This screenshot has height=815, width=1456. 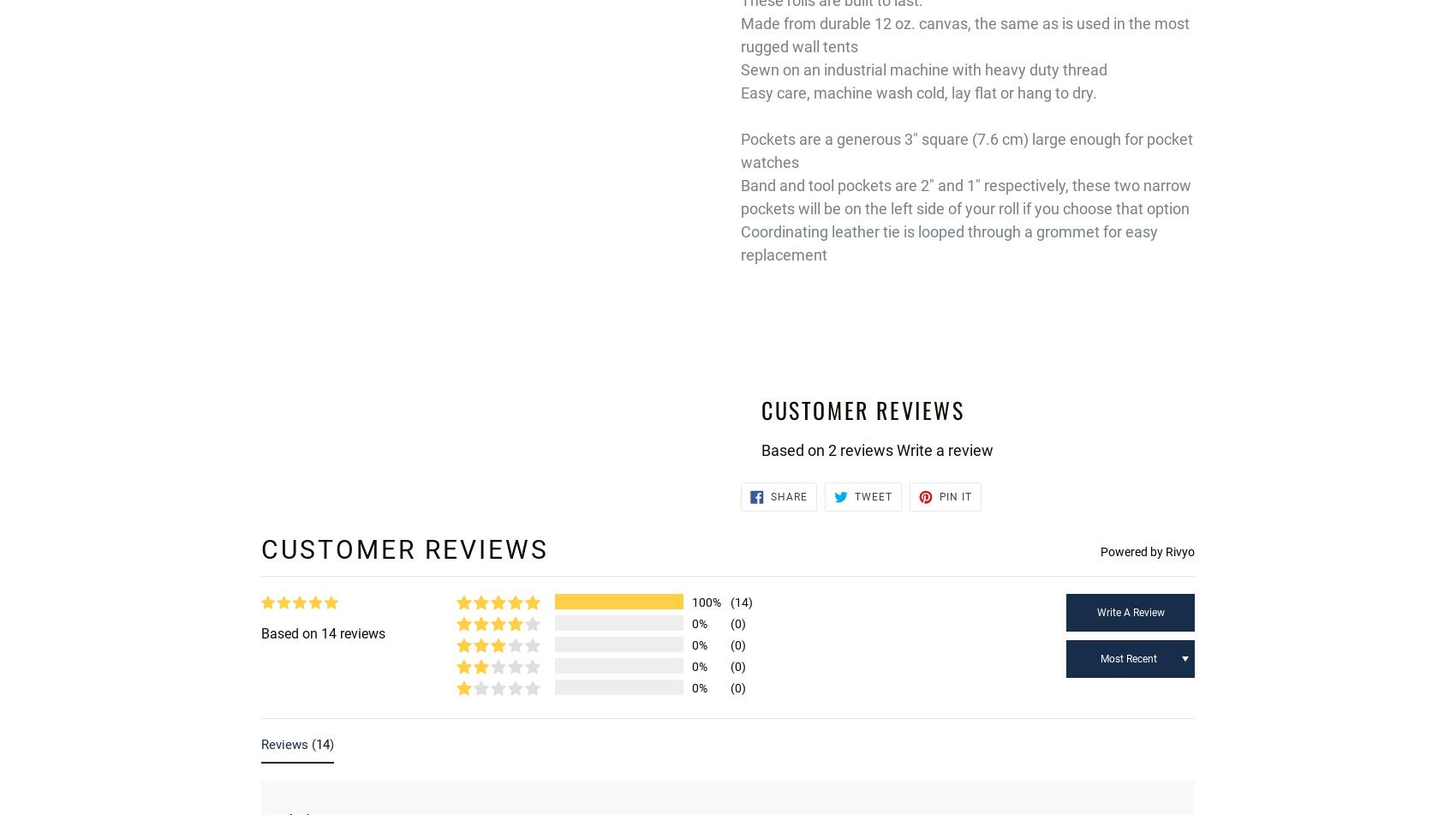 What do you see at coordinates (923, 69) in the screenshot?
I see `'Sewn on an industrial machine with heavy duty thread'` at bounding box center [923, 69].